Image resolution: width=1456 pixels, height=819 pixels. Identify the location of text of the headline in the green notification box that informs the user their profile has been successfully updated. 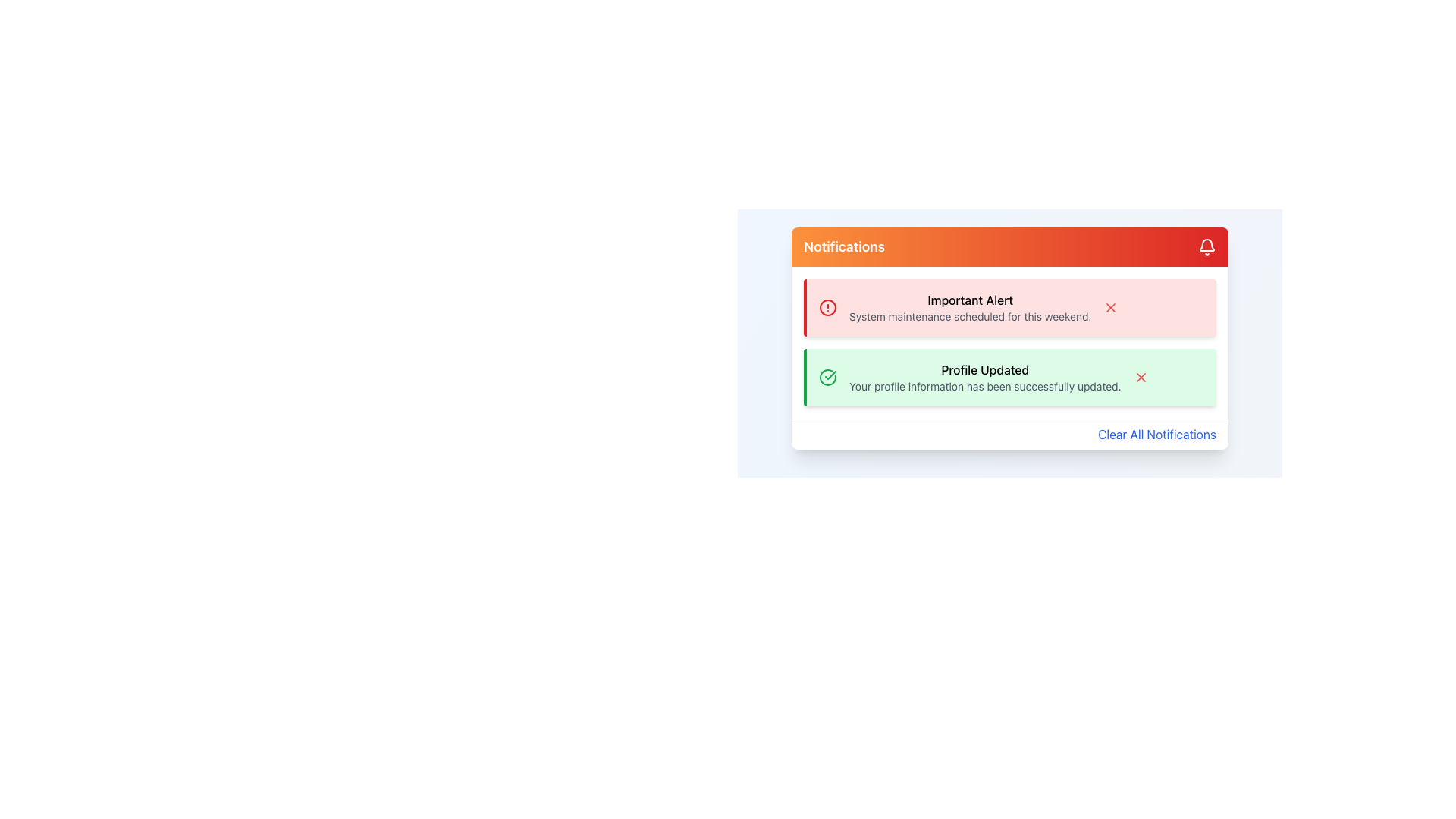
(985, 370).